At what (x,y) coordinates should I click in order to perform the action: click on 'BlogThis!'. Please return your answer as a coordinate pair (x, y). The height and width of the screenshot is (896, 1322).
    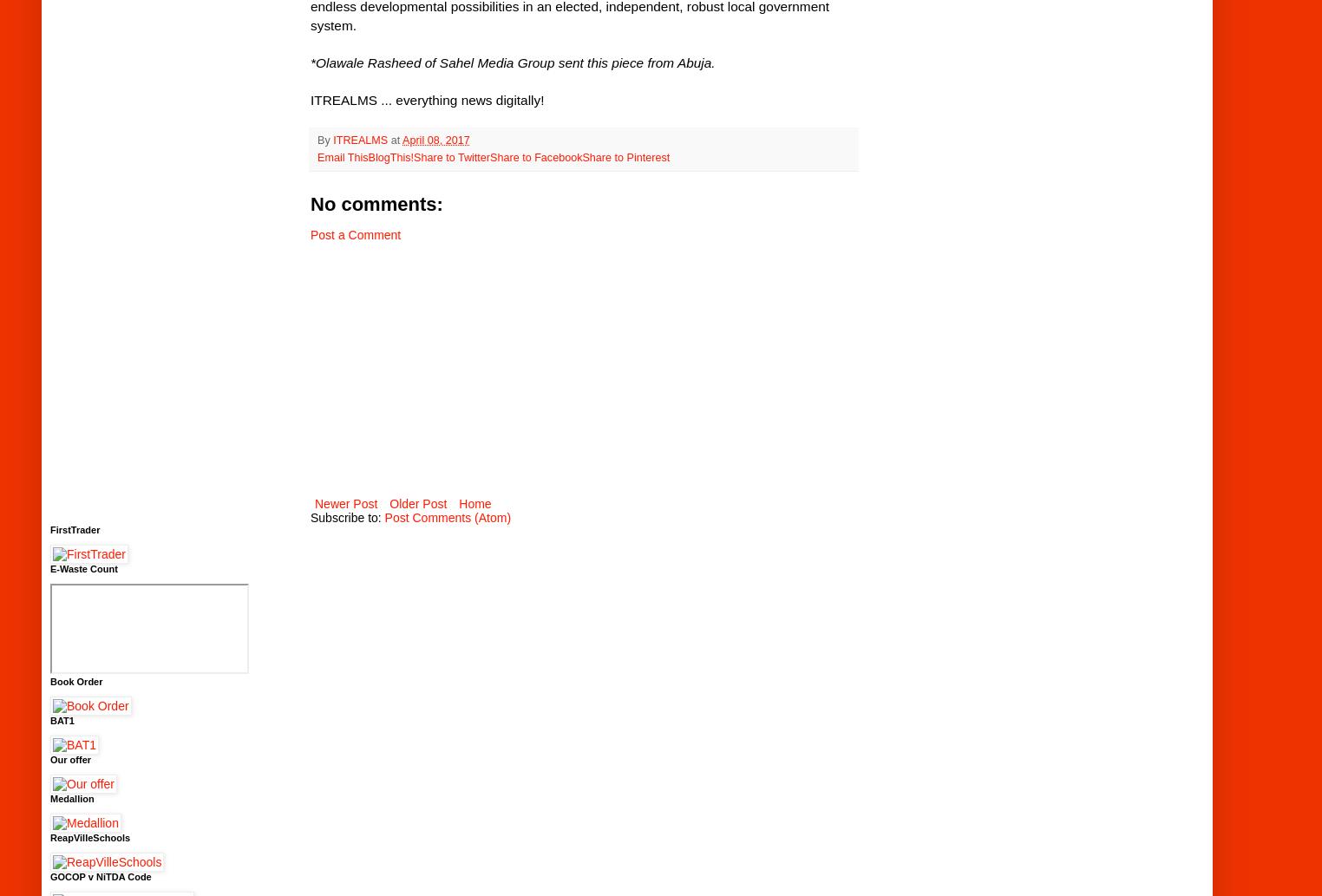
    Looking at the image, I should click on (390, 155).